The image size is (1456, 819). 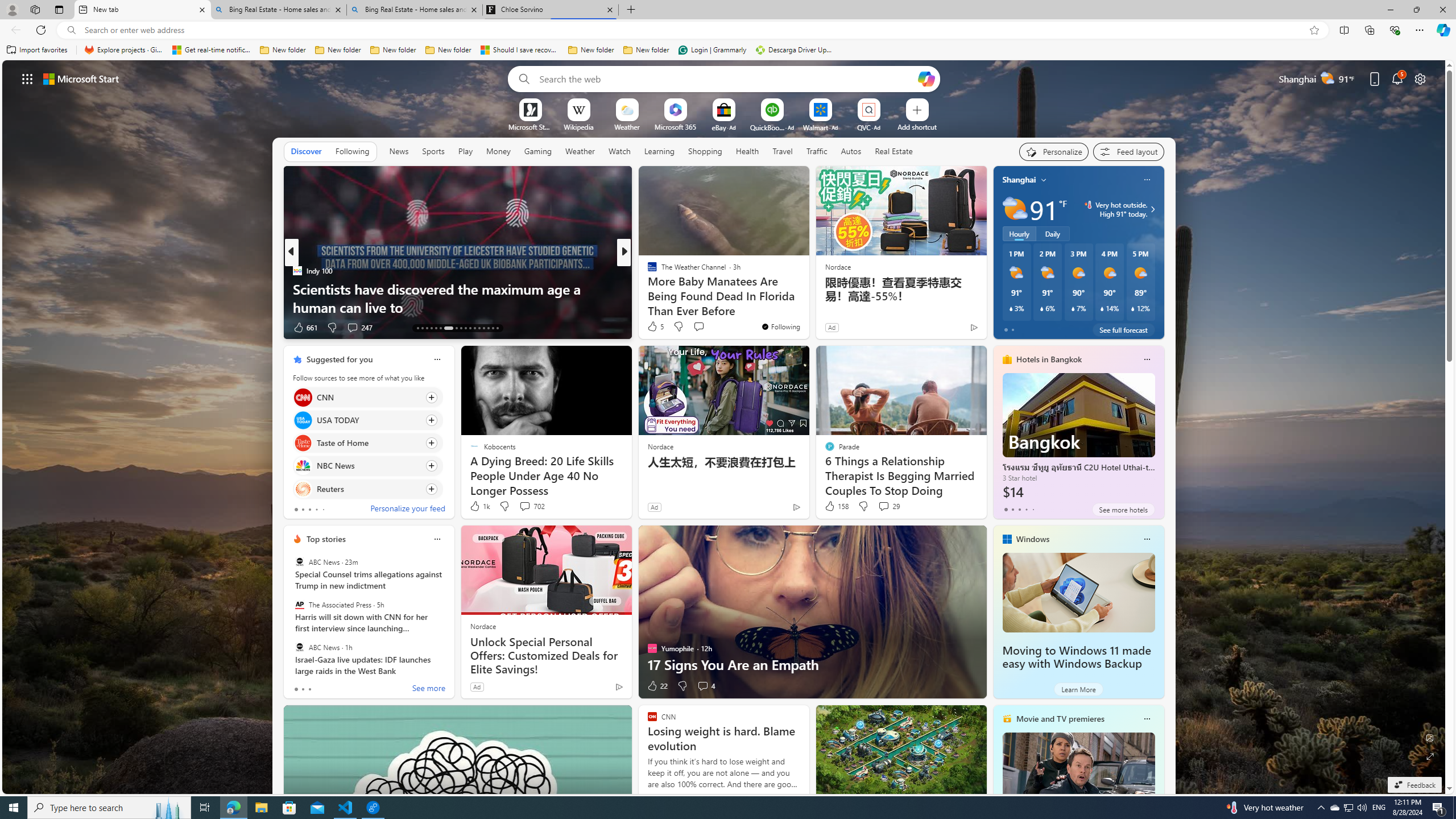 What do you see at coordinates (883, 505) in the screenshot?
I see `'View comments 29 Comment'` at bounding box center [883, 505].